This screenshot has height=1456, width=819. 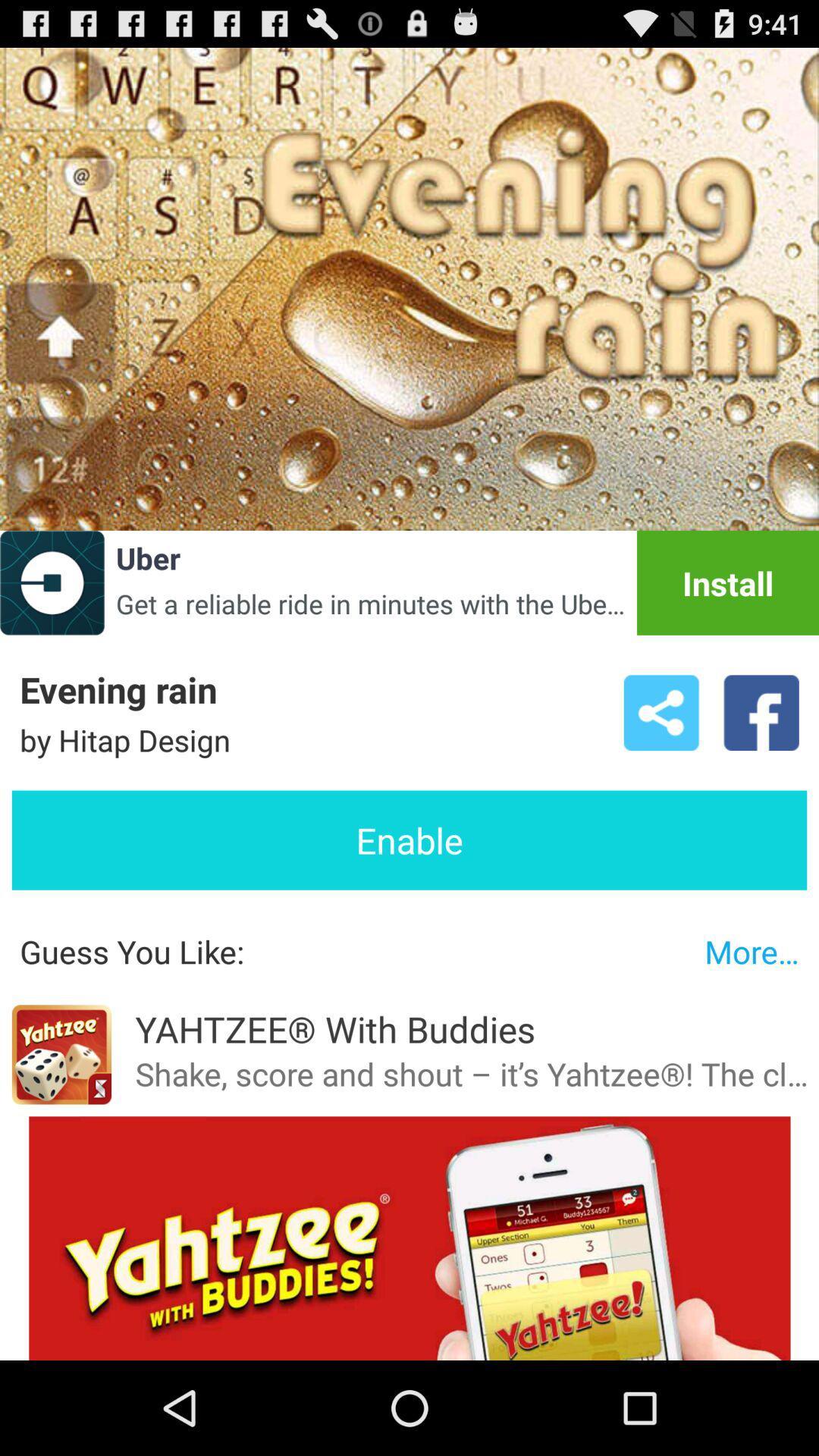 What do you see at coordinates (752, 950) in the screenshot?
I see `button below the enable item` at bounding box center [752, 950].